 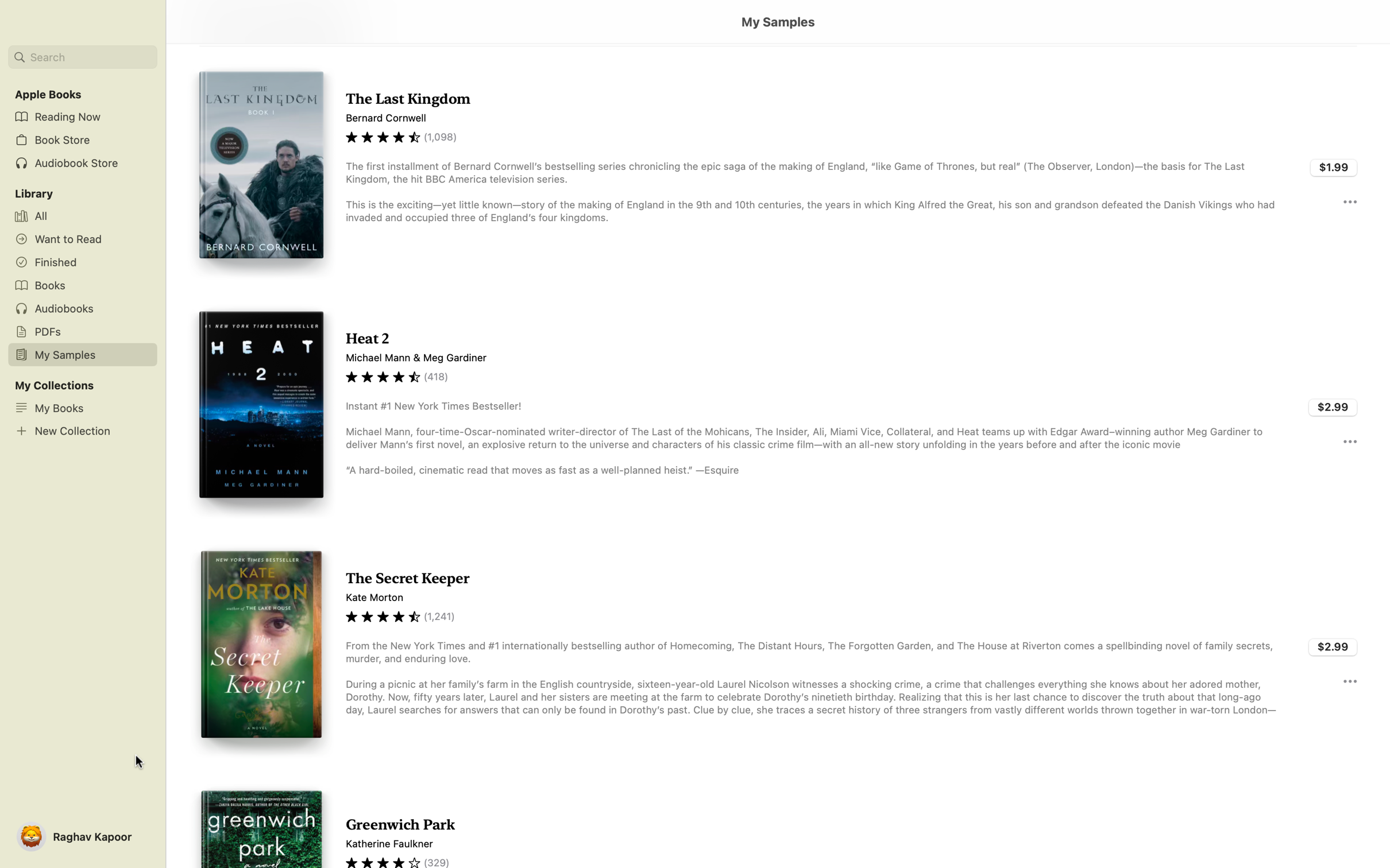 I want to click on Run a double click action on "read_heat_2, so click(x=777, y=409).